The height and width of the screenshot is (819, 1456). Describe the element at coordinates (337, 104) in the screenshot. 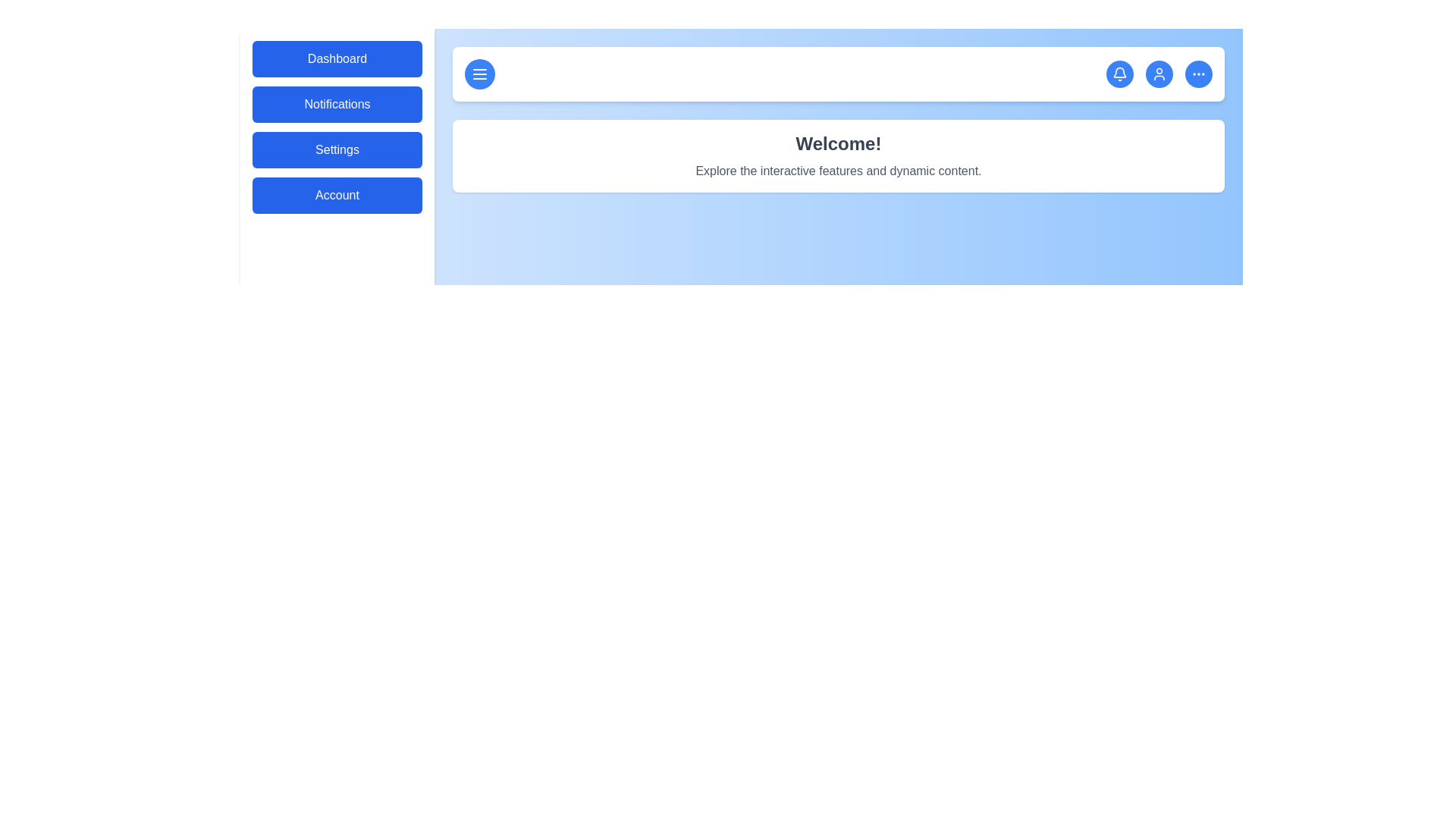

I see `the 'Notifications' menu item` at that location.